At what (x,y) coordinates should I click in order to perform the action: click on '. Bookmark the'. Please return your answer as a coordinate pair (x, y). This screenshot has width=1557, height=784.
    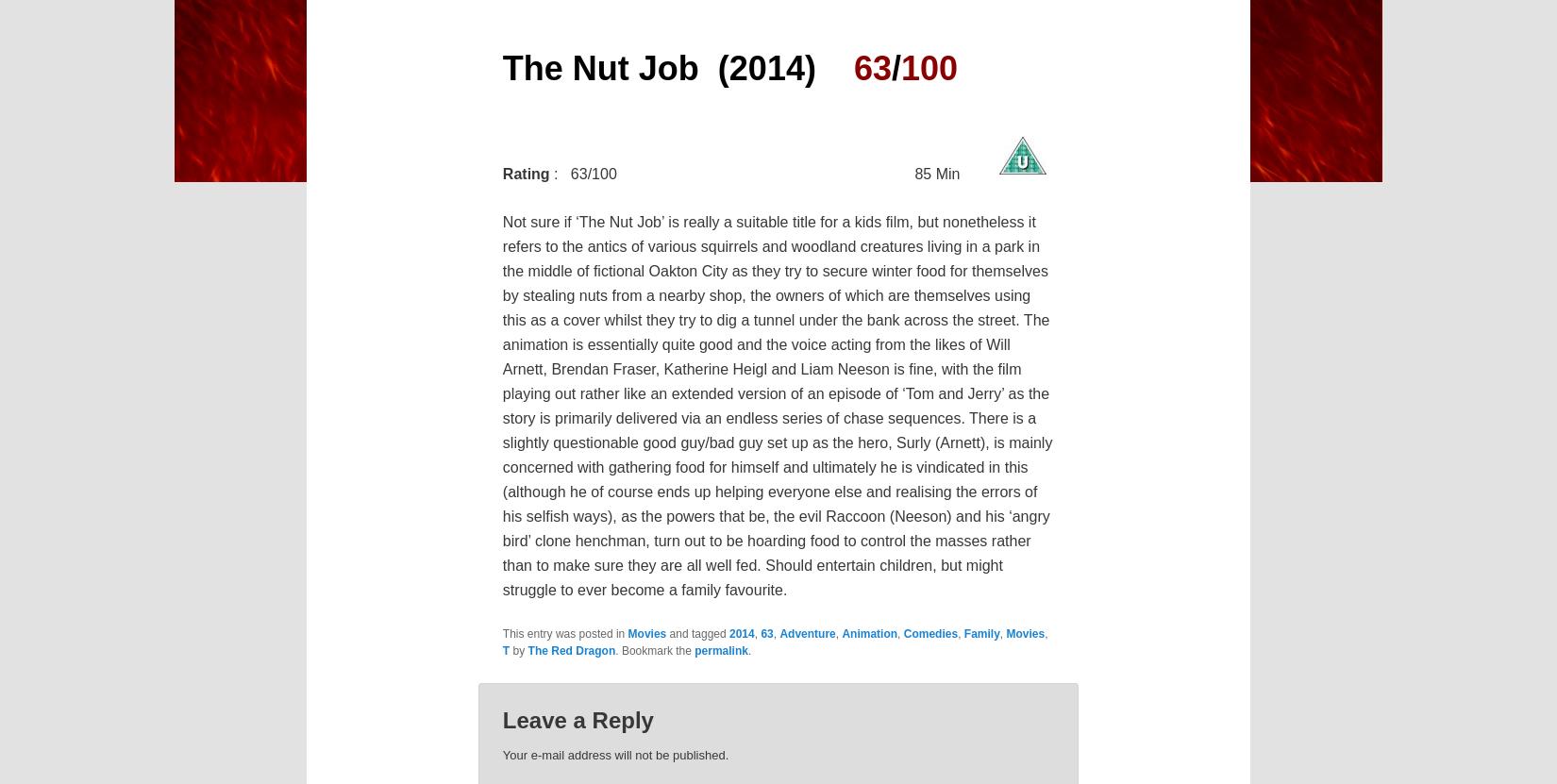
    Looking at the image, I should click on (653, 650).